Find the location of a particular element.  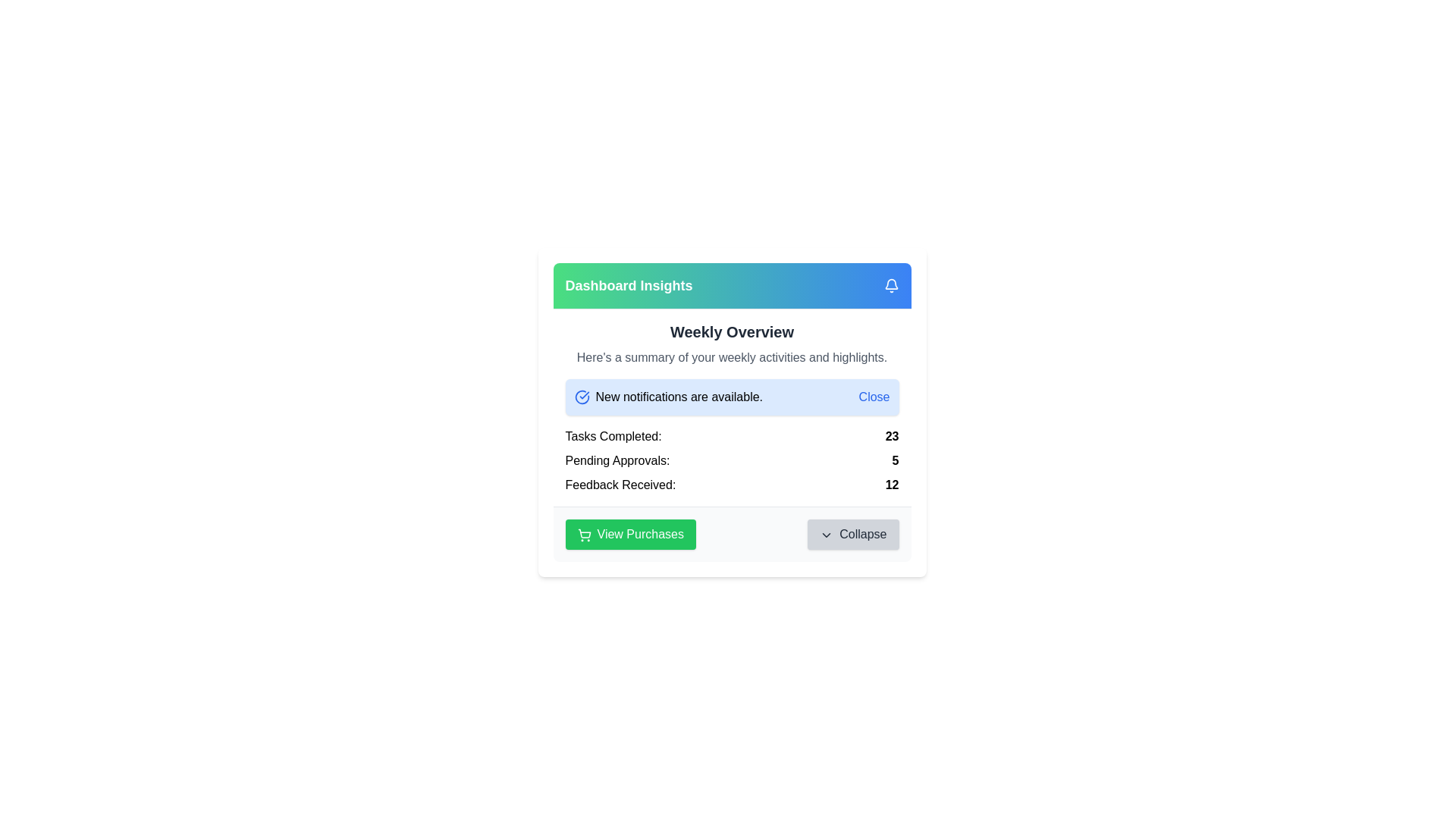

the Text label that notifies the user about new notifications, located below the 'Weekly Overview' header and to the right of the blue checkmark icon is located at coordinates (678, 397).